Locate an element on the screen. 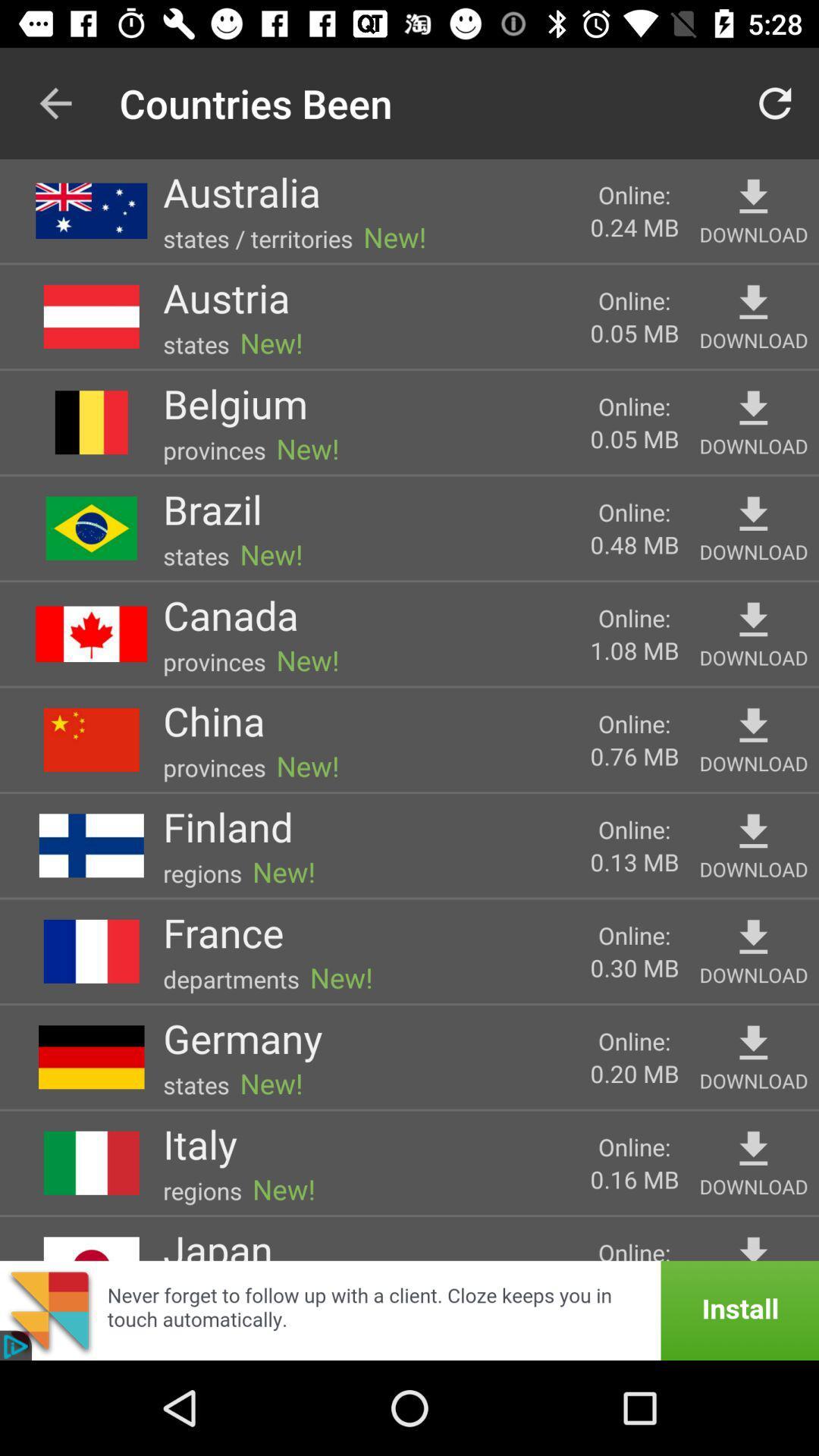 This screenshot has width=819, height=1456. download is located at coordinates (753, 937).